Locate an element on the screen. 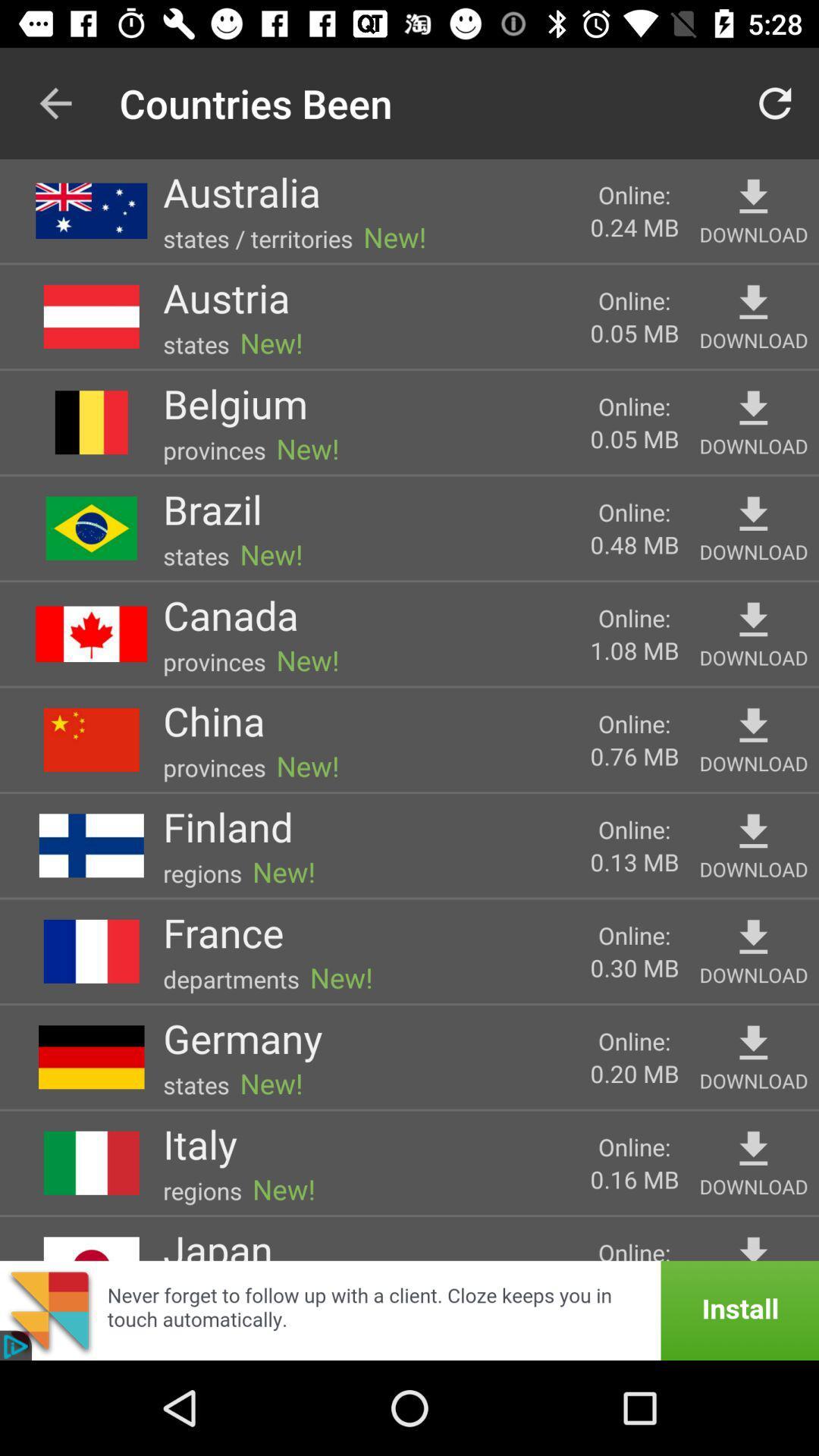 This screenshot has width=819, height=1456. download is located at coordinates (753, 937).